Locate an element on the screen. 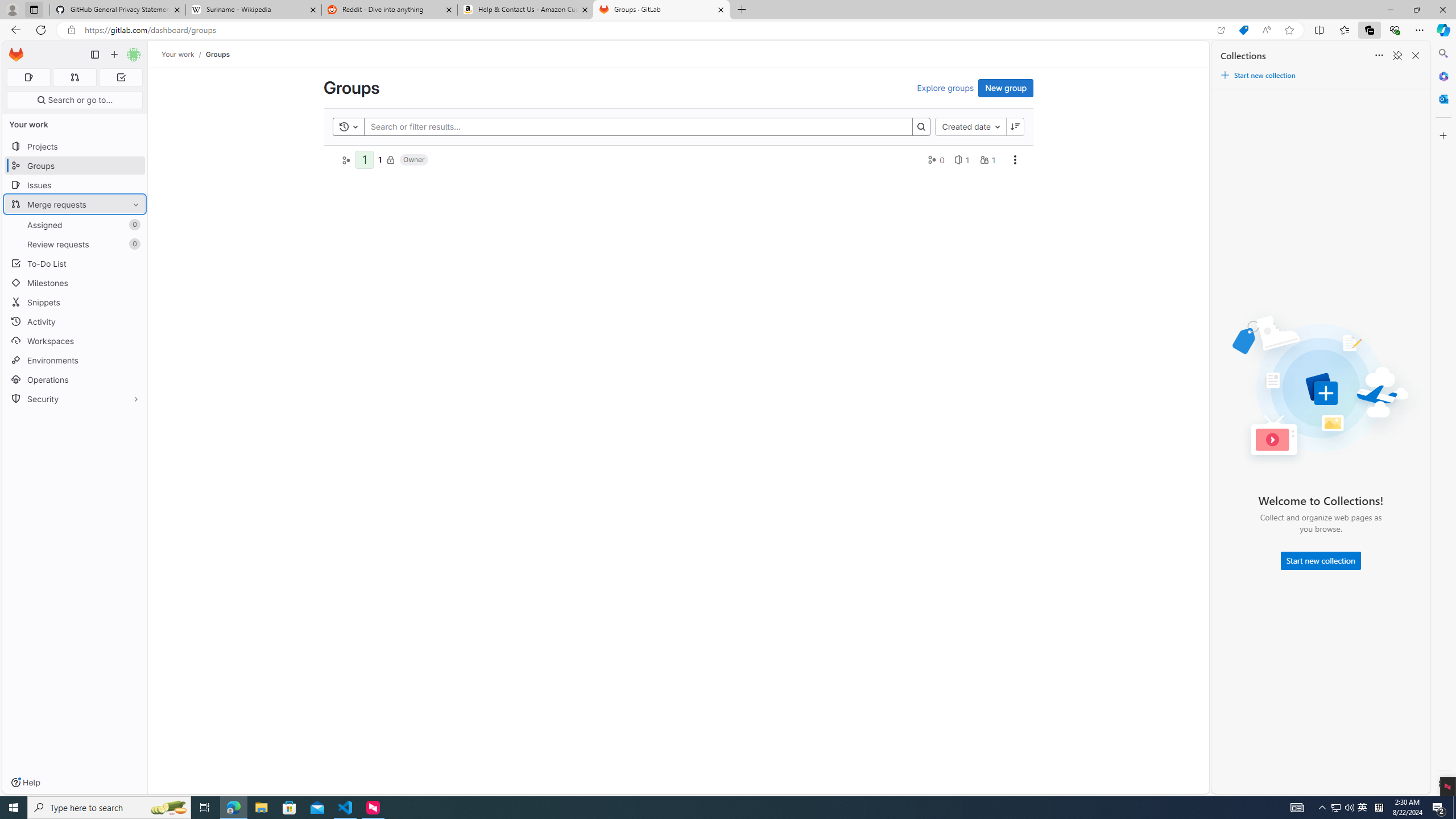 The height and width of the screenshot is (819, 1456). 'Issues' is located at coordinates (74, 185).